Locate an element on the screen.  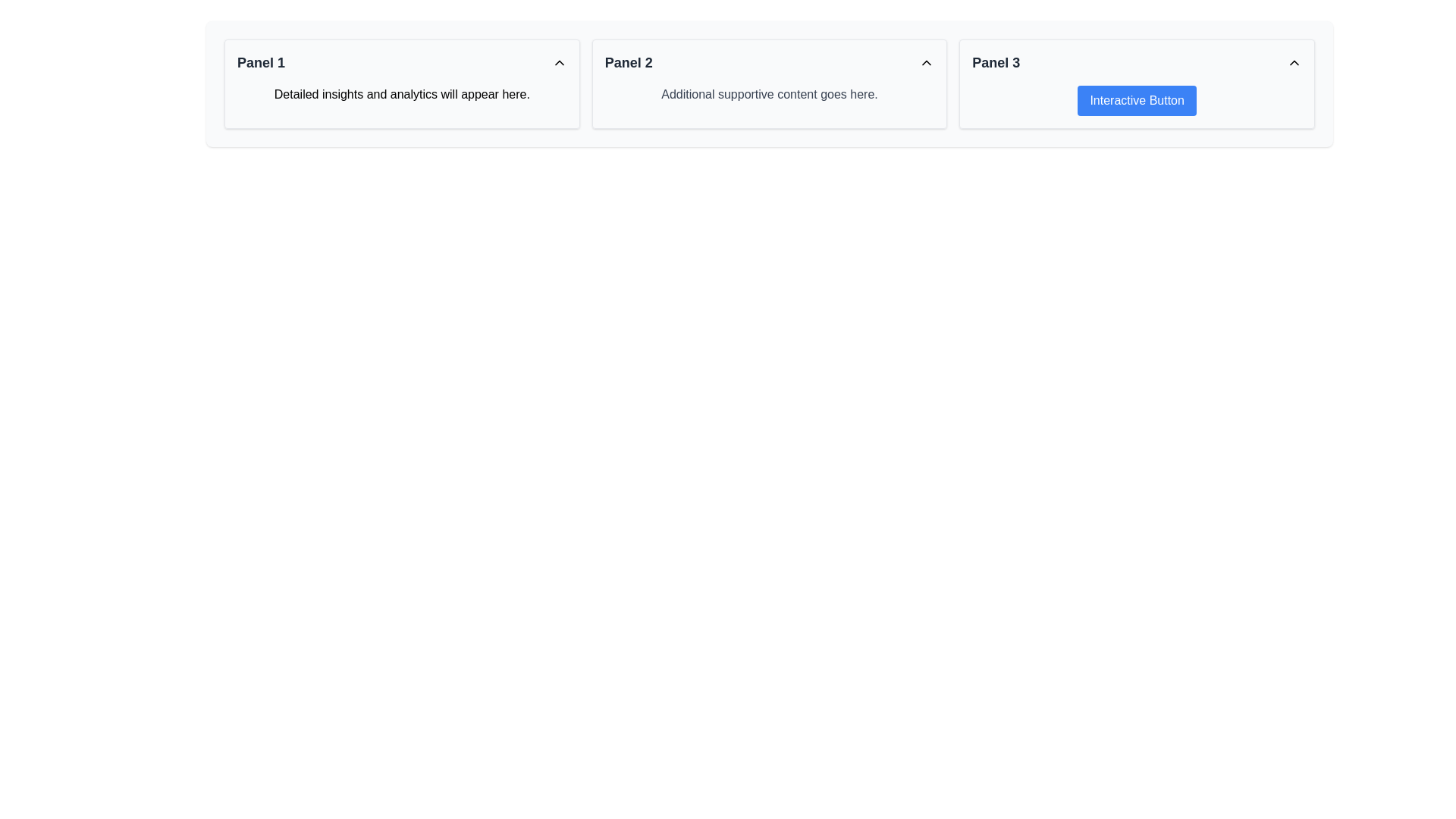
the upward chevron icon of the first panel in the grid layout is located at coordinates (402, 84).